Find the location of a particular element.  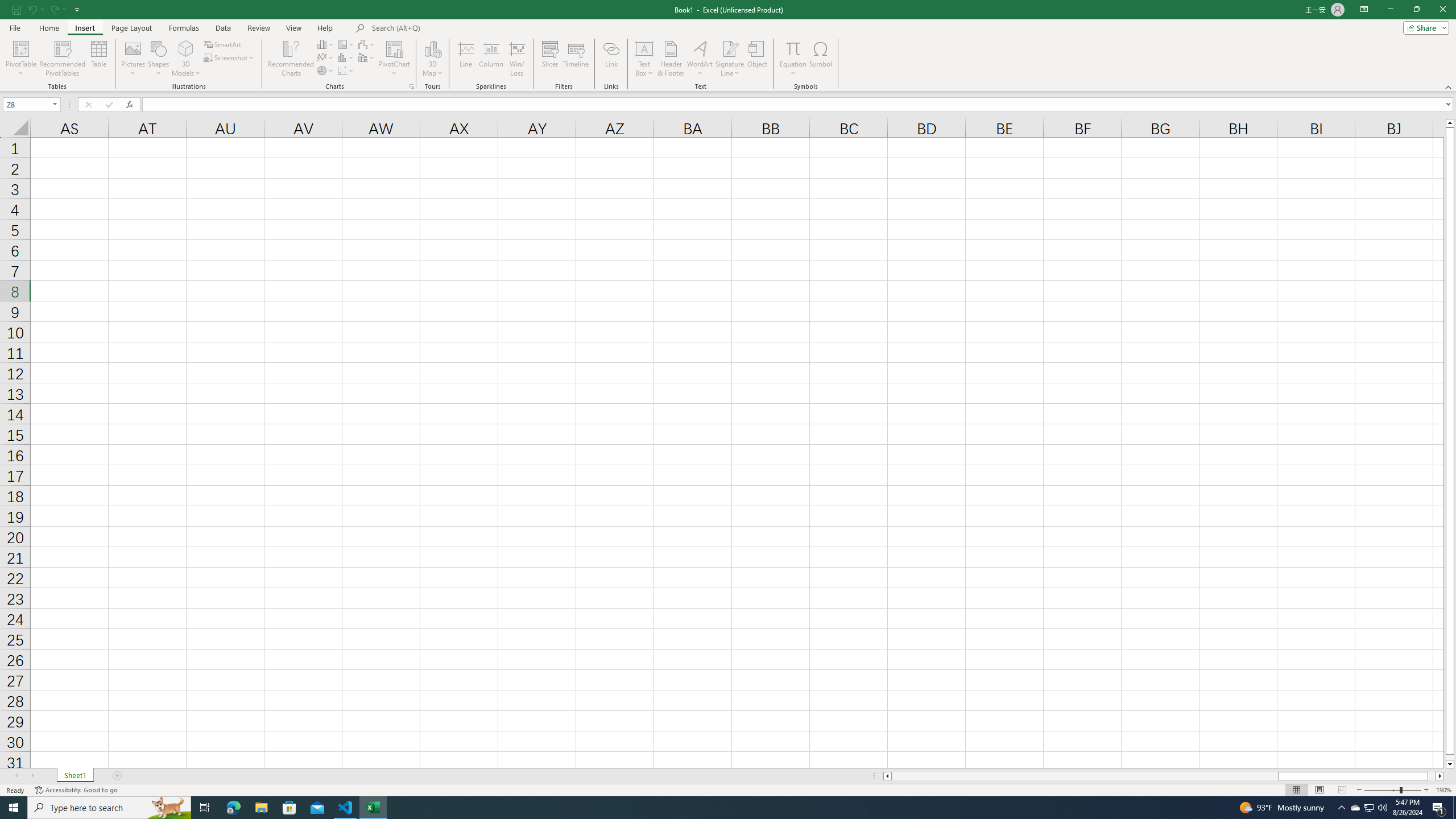

'3D Models' is located at coordinates (185, 48).